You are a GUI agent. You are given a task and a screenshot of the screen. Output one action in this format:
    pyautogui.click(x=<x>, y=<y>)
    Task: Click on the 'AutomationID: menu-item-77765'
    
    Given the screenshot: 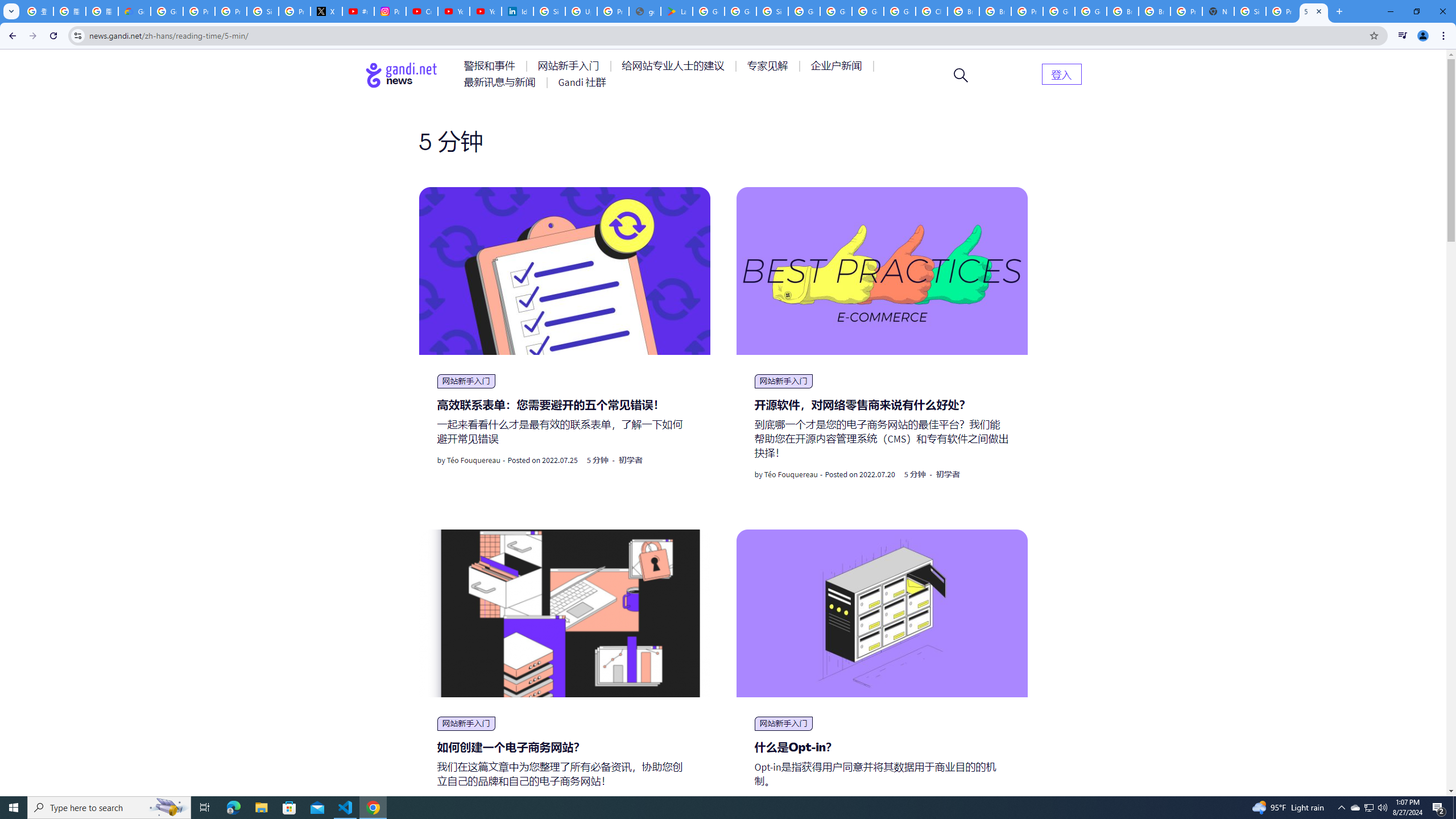 What is the action you would take?
    pyautogui.click(x=838, y=65)
    